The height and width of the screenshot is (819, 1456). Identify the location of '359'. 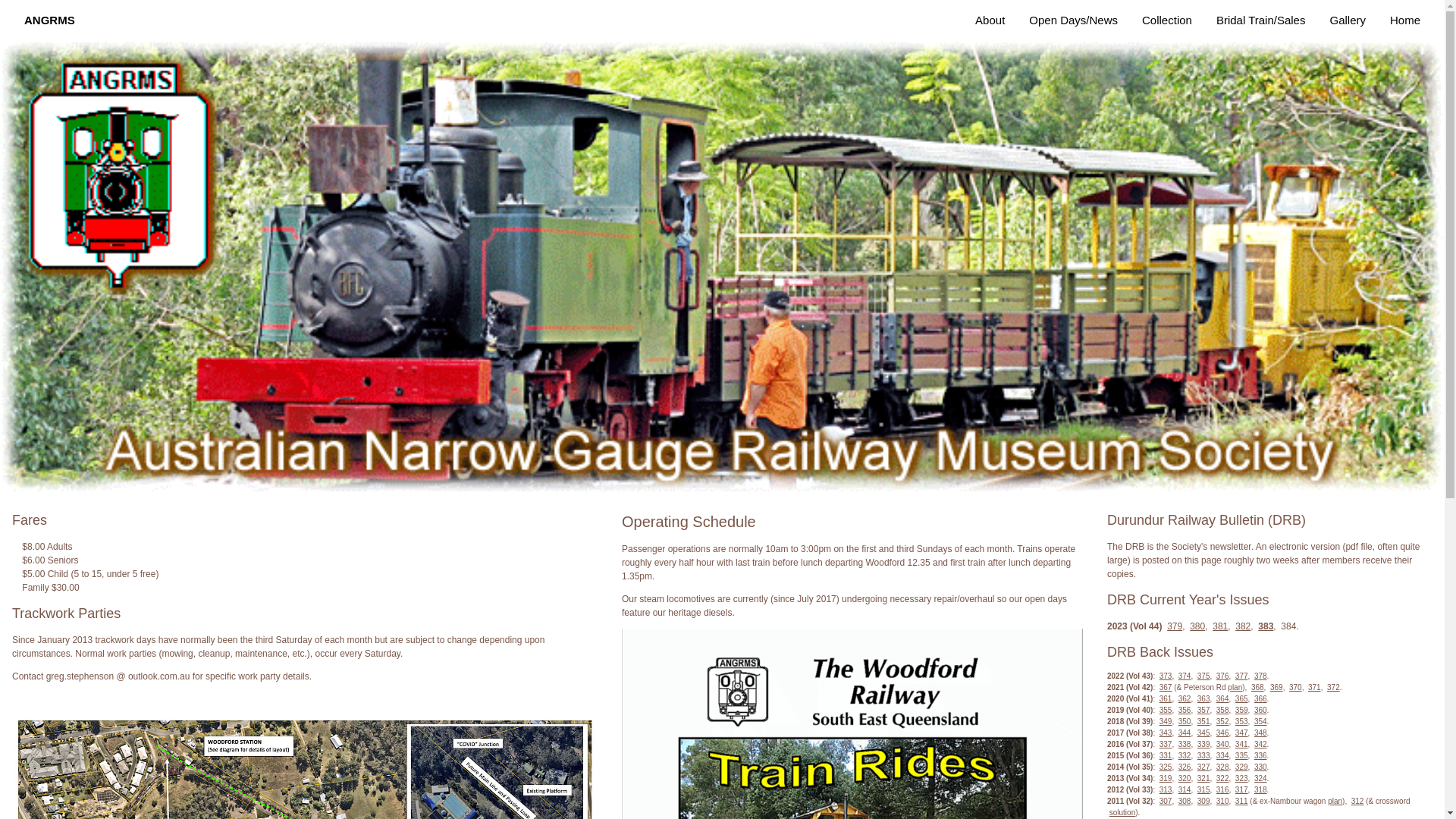
(1235, 710).